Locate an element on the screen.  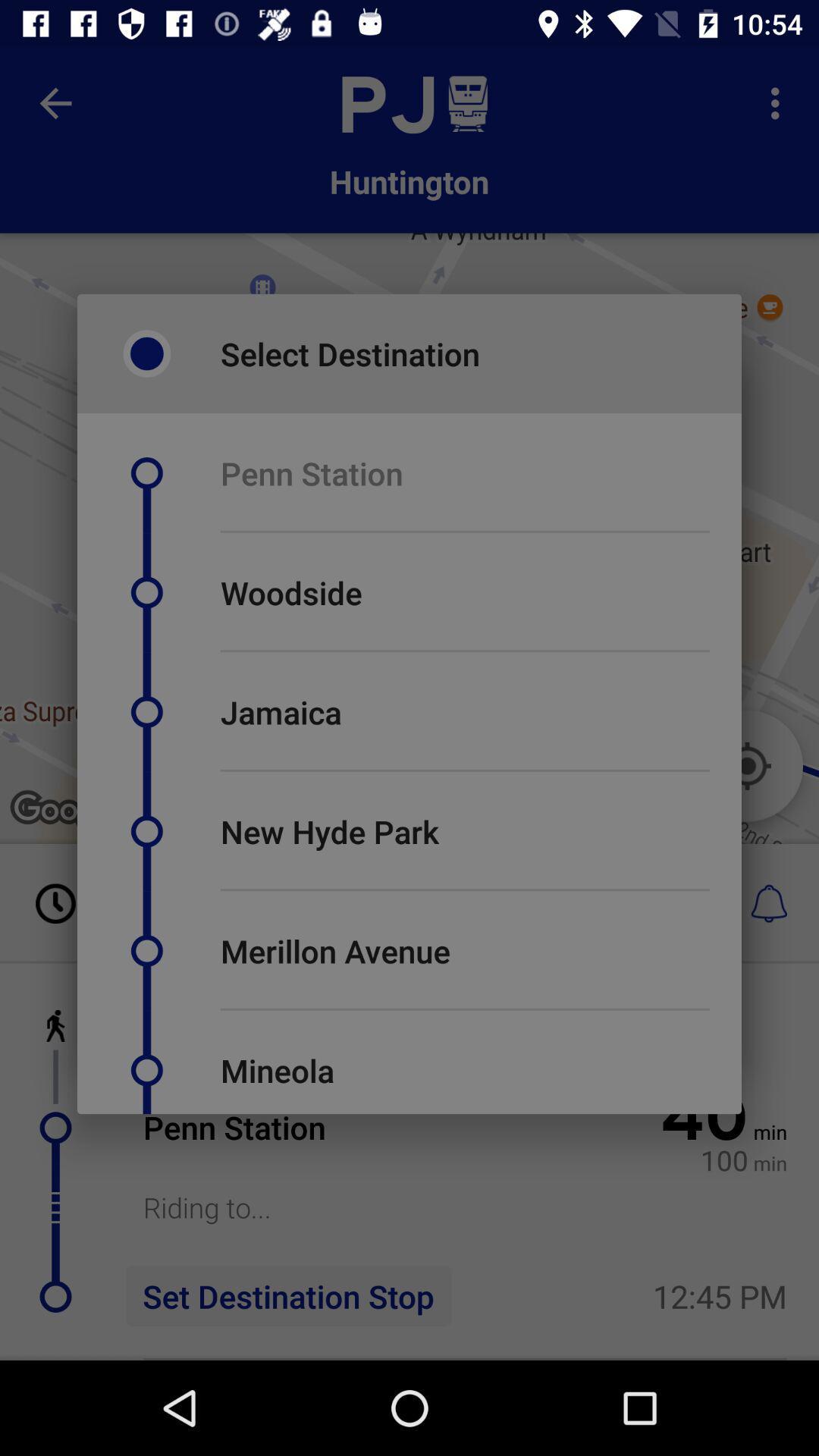
merillon avenue is located at coordinates (334, 949).